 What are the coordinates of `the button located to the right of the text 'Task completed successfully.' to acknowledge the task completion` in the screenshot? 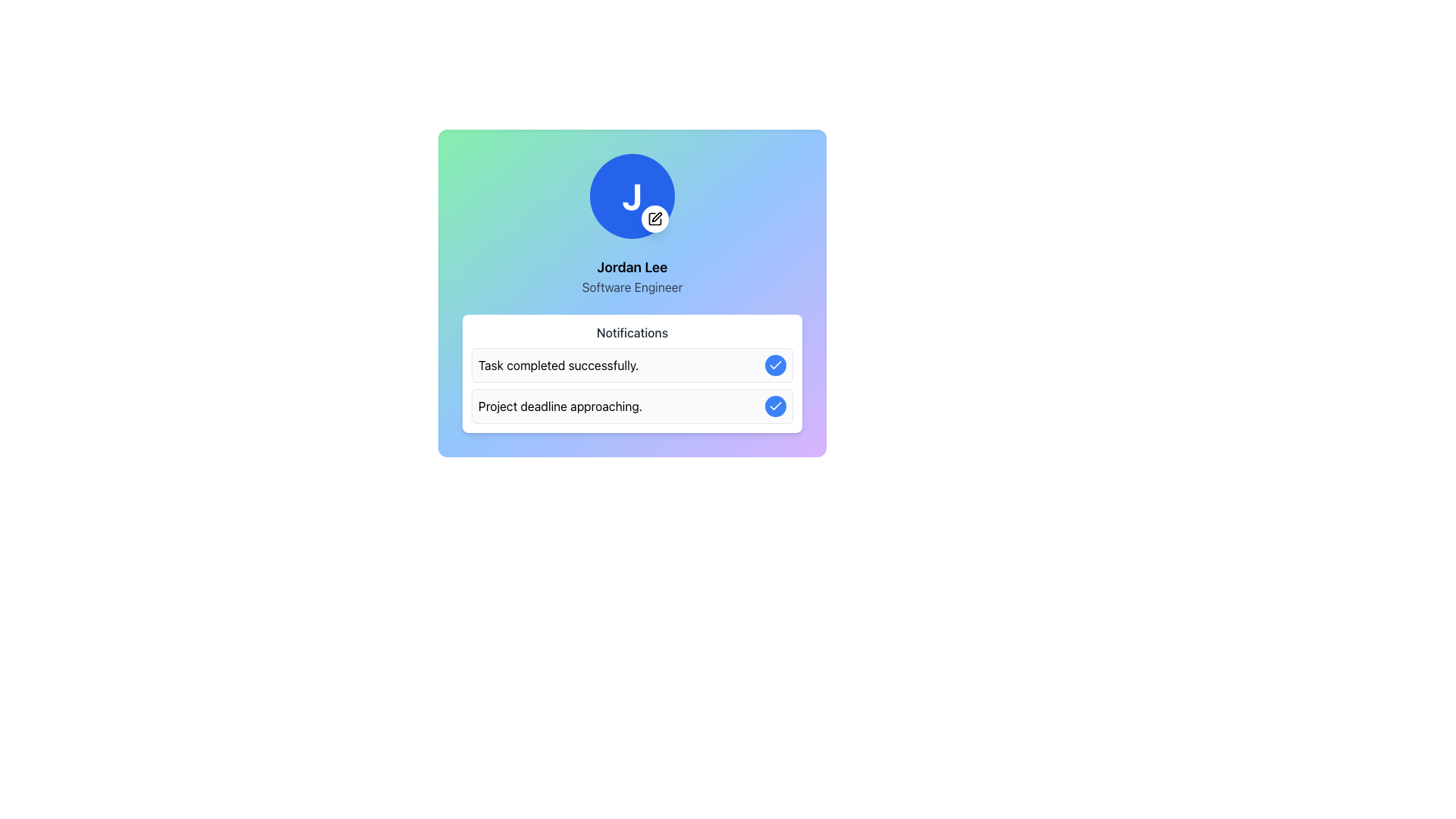 It's located at (775, 366).